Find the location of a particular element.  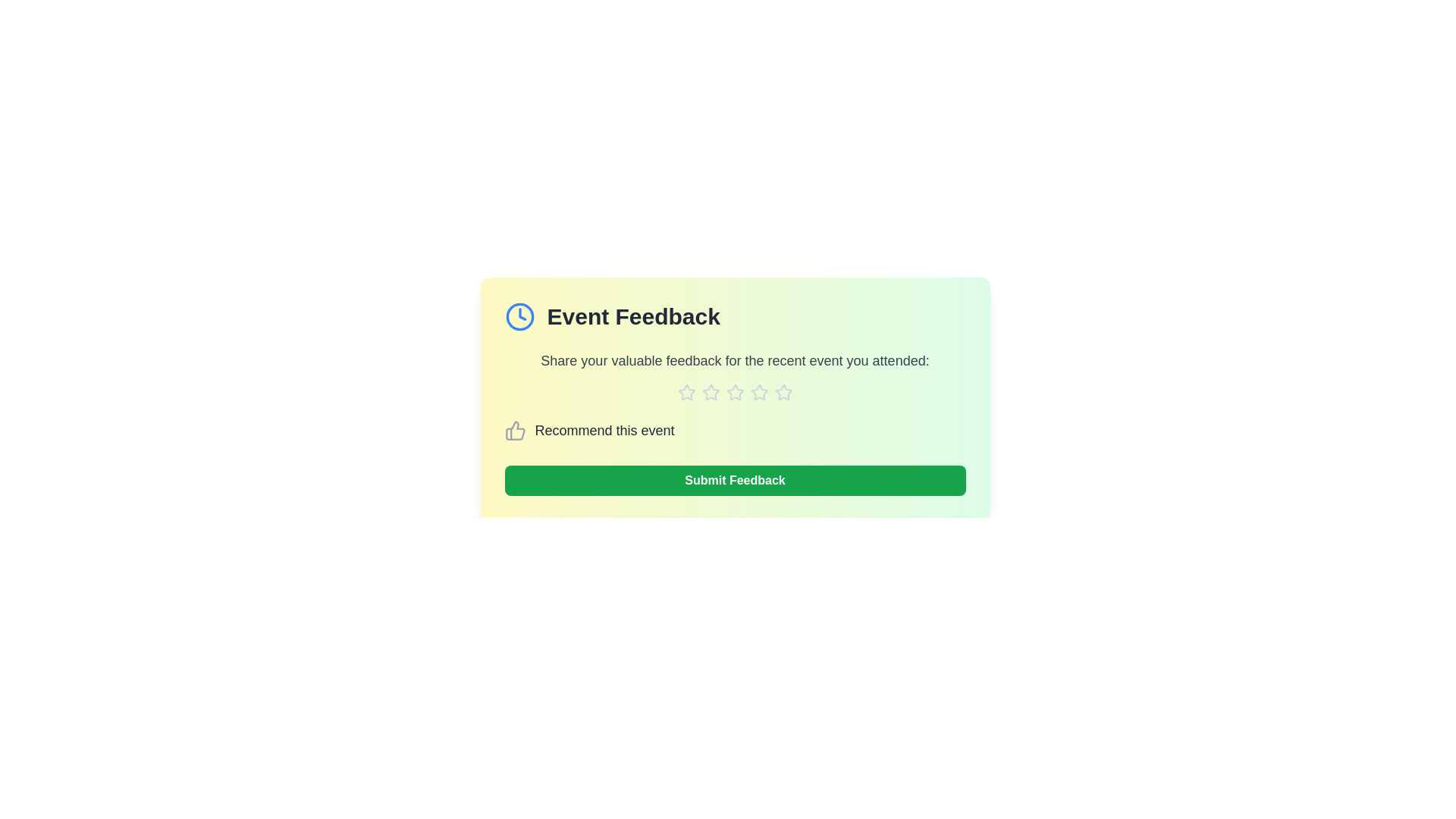

the star corresponding to 2 to assign a rating is located at coordinates (710, 391).